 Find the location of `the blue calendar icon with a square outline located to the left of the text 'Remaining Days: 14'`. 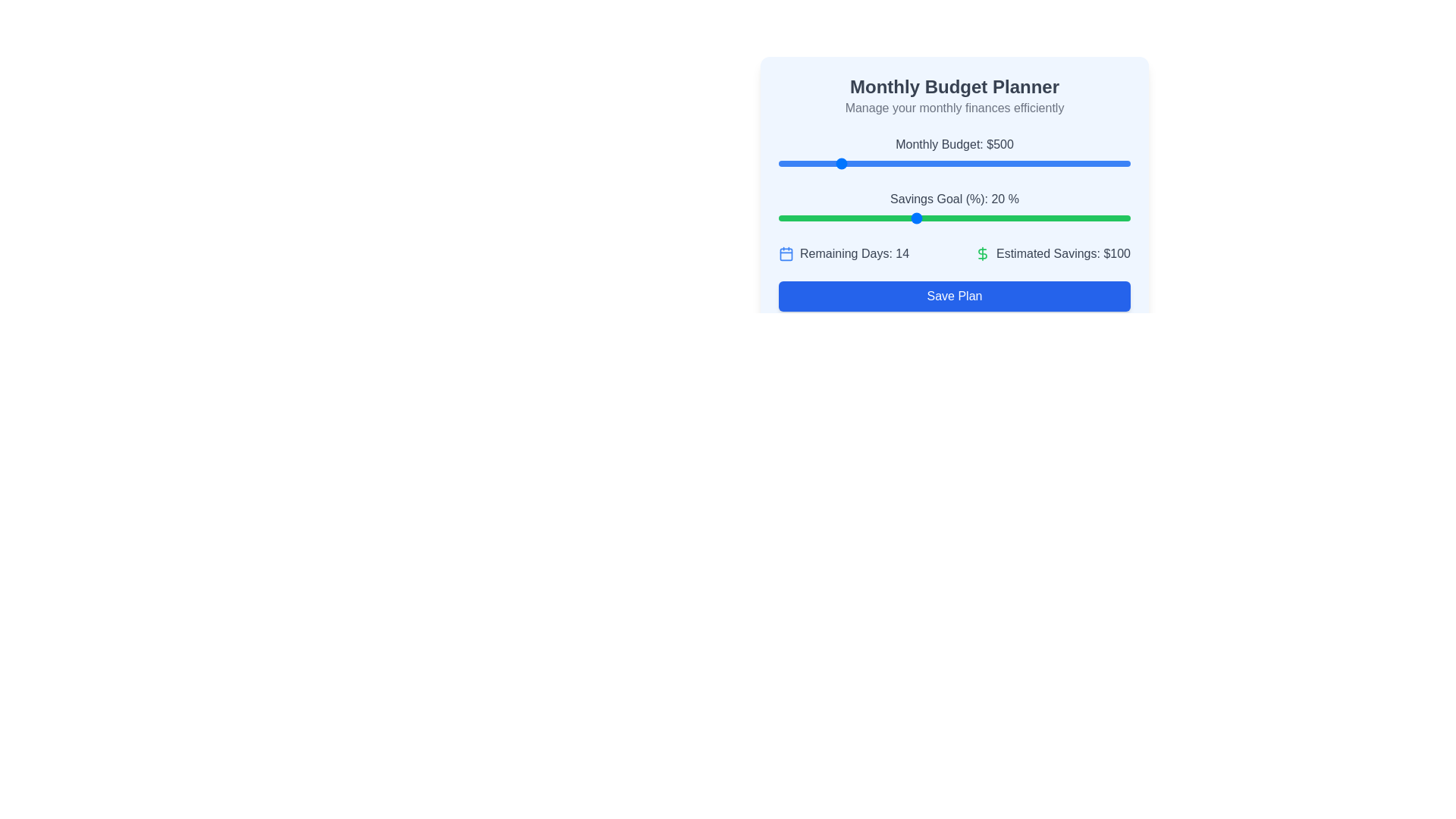

the blue calendar icon with a square outline located to the left of the text 'Remaining Days: 14' is located at coordinates (786, 253).